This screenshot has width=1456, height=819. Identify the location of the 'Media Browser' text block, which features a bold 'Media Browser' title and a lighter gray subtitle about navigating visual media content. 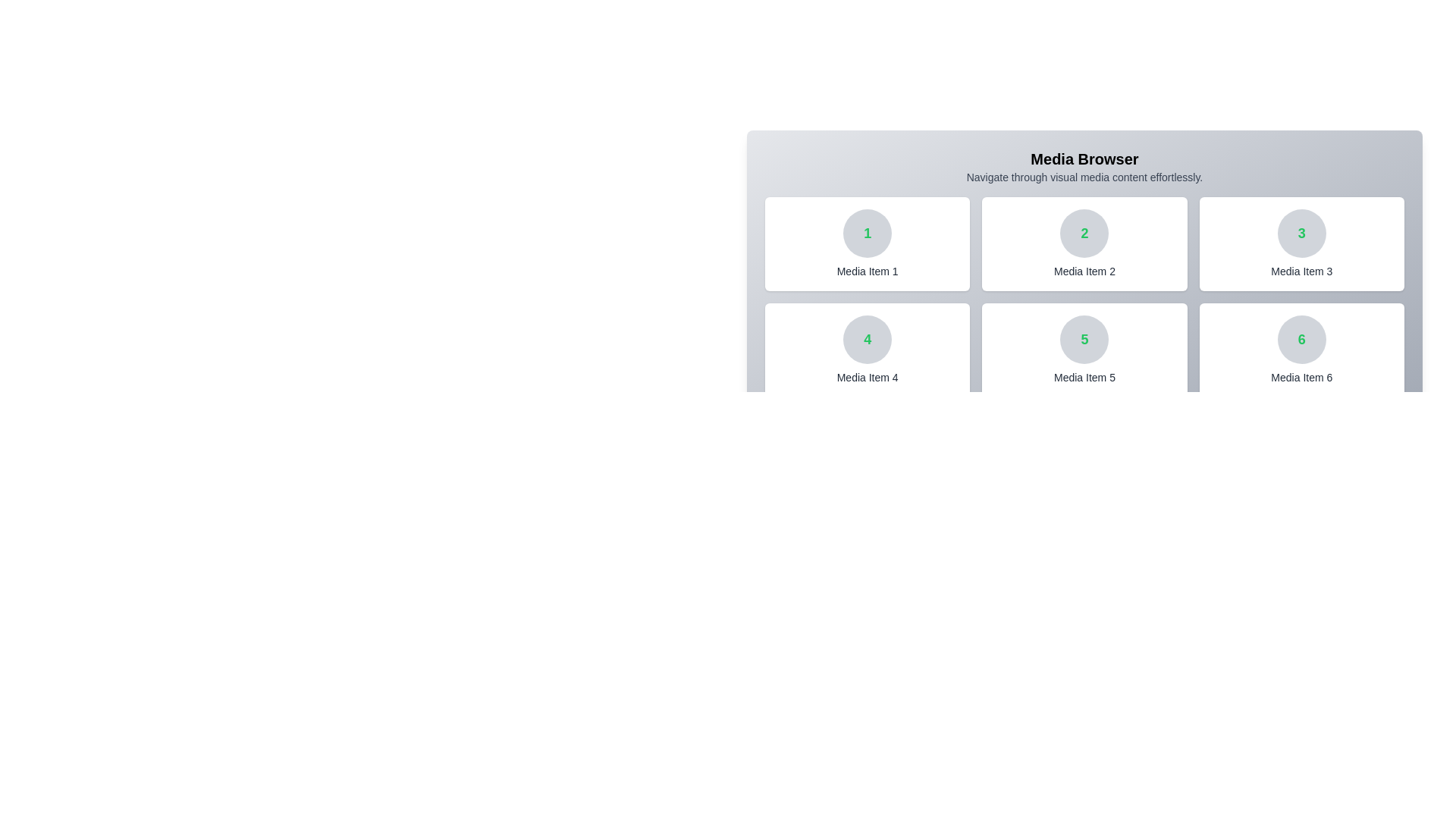
(1084, 166).